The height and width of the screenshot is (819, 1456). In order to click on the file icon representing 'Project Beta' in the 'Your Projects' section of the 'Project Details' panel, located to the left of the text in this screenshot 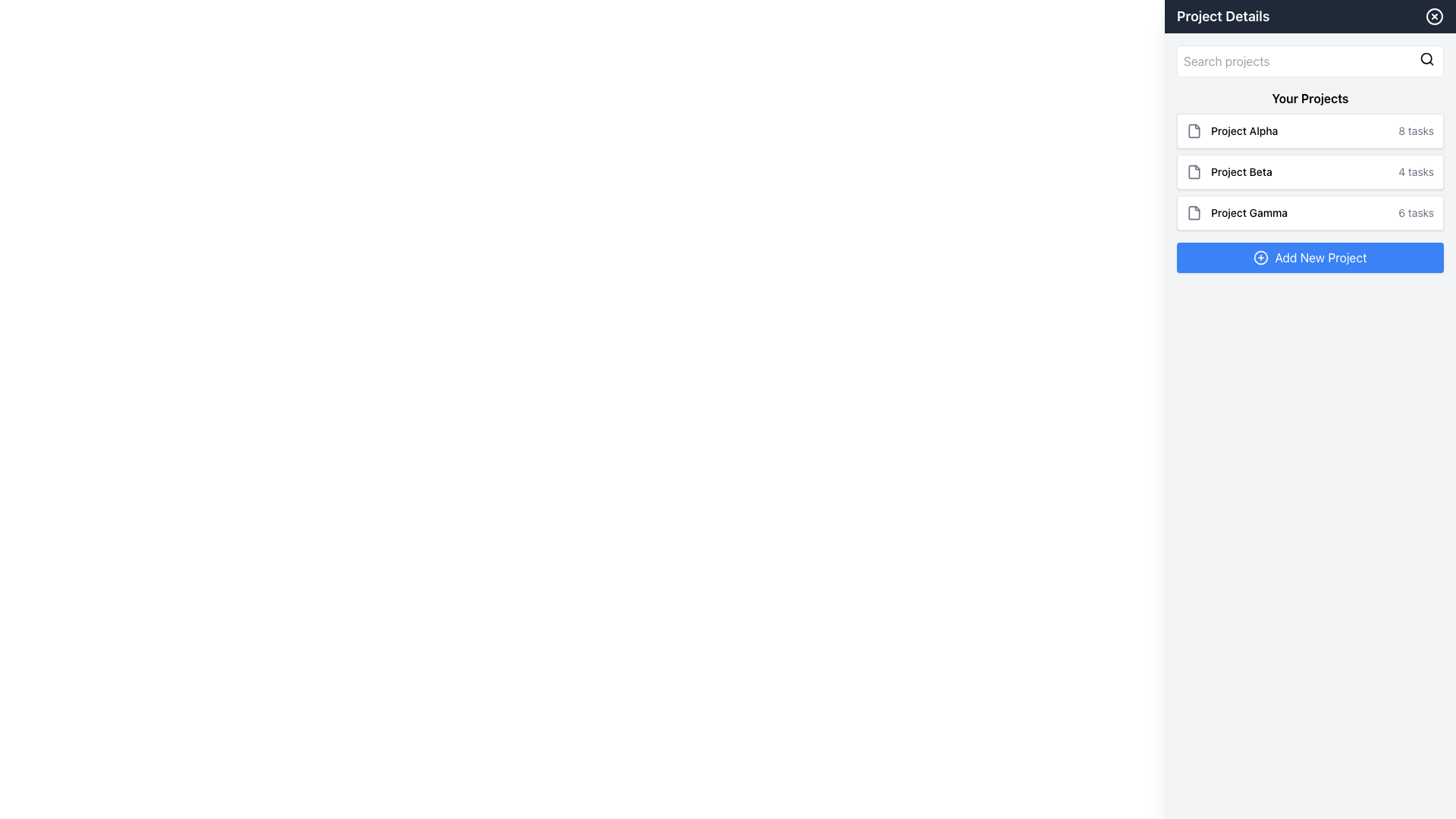, I will do `click(1193, 171)`.